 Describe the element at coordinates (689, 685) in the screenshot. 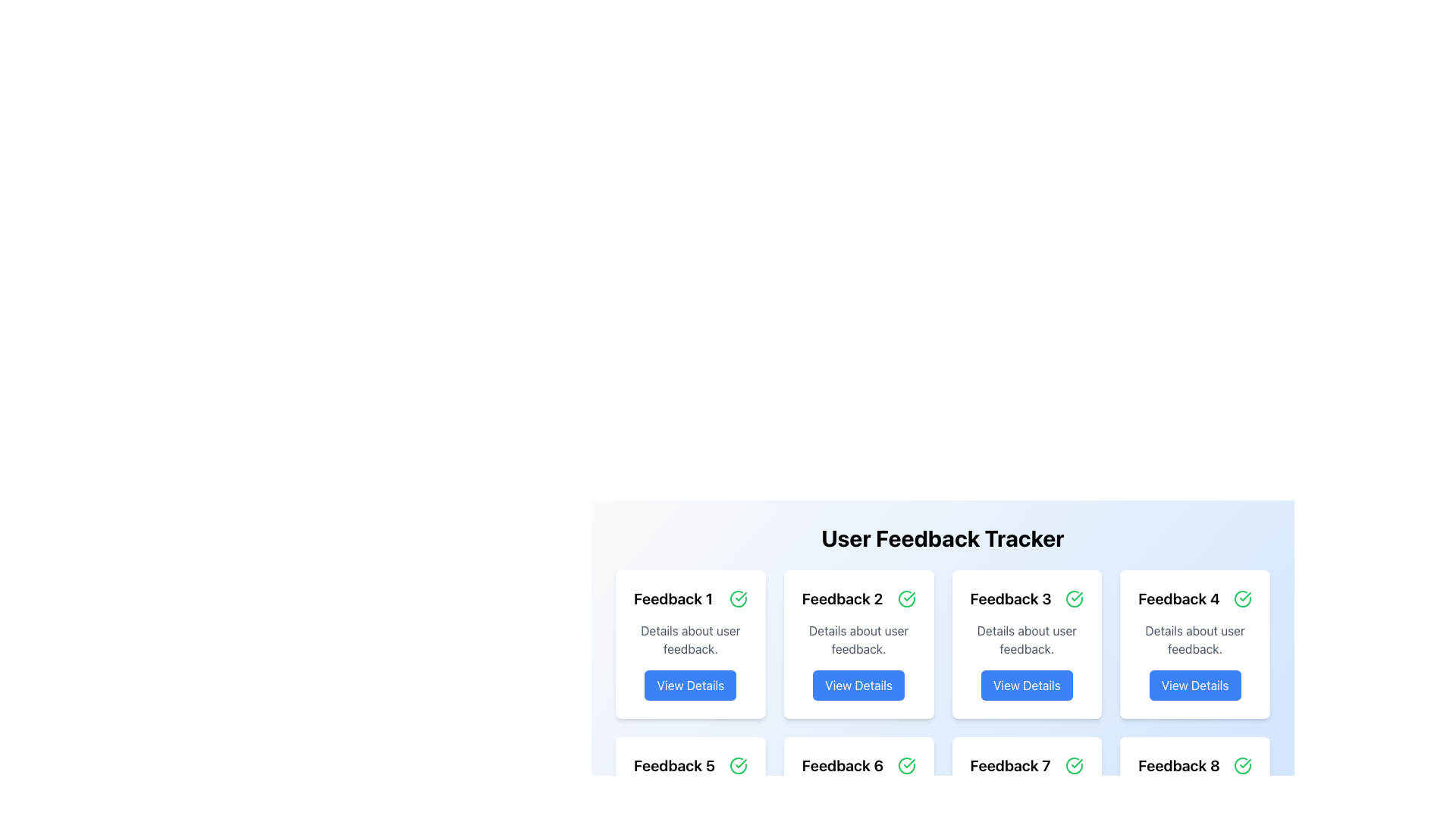

I see `the 'View Details' button, which is a rectangular button with rounded corners, styled with a blue background and white centered text, located under the 'Feedback 1' card in the 'User Feedback Tracker' interface` at that location.